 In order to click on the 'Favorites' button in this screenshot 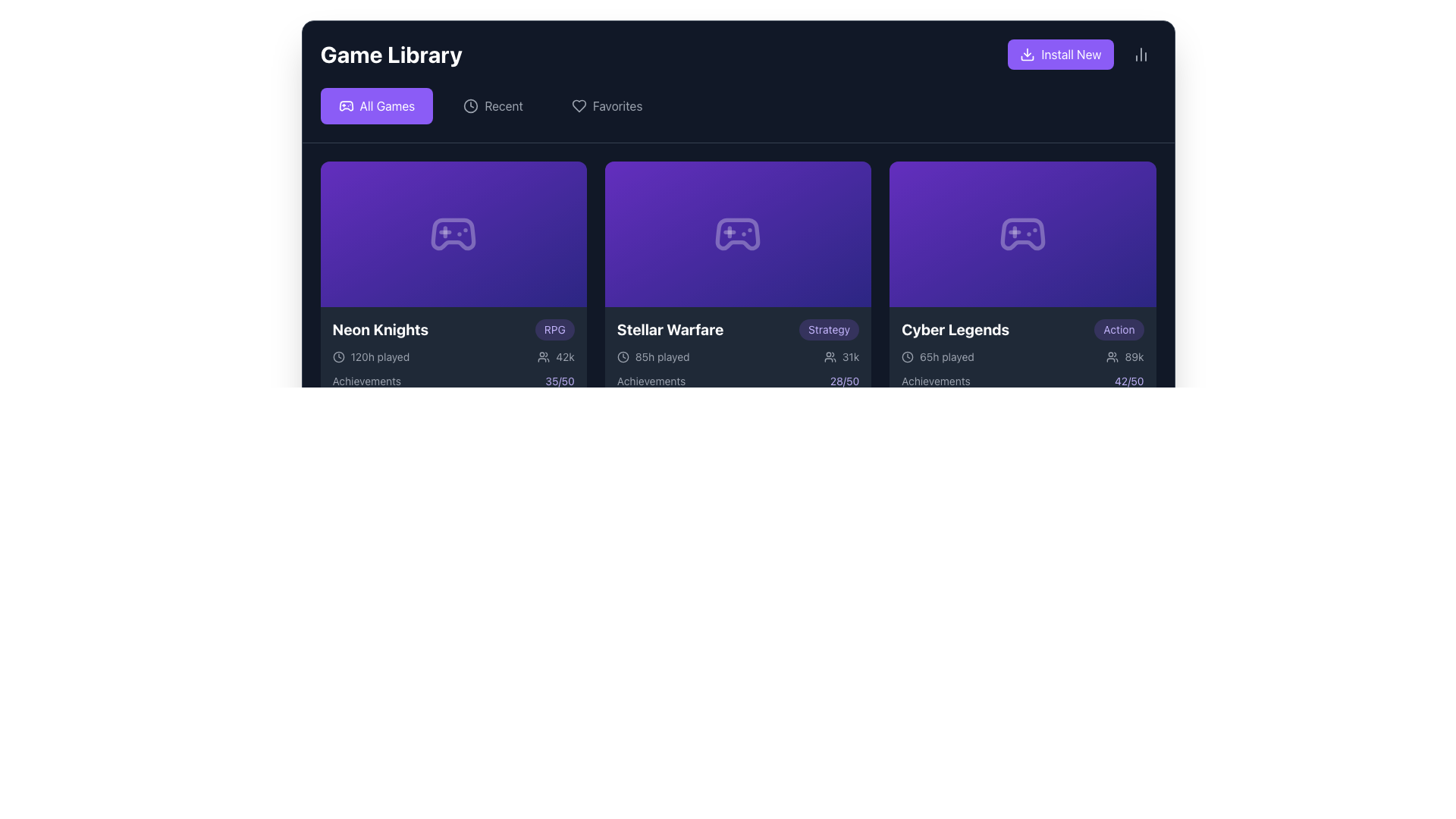, I will do `click(607, 105)`.